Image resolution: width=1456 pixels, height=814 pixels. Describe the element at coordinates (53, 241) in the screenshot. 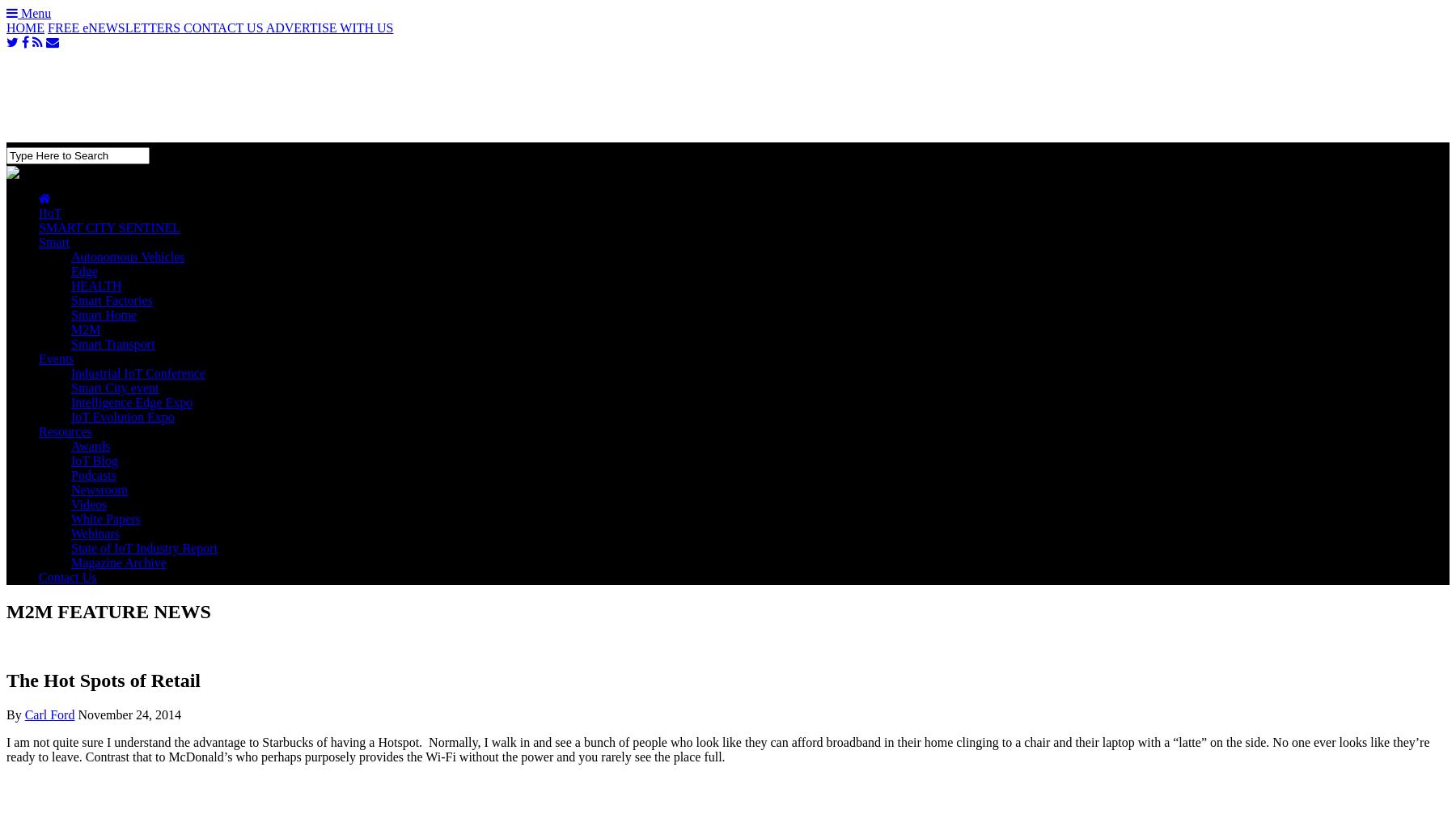

I see `'Smart'` at that location.